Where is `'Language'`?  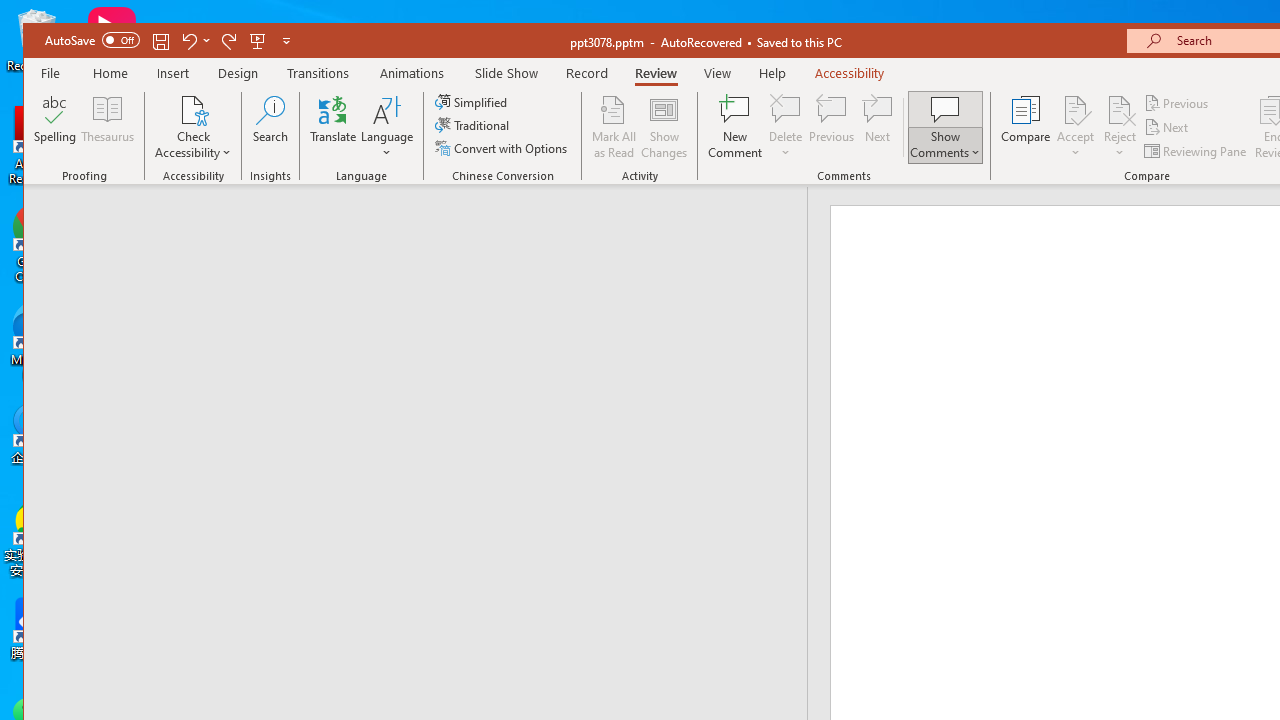
'Language' is located at coordinates (387, 127).